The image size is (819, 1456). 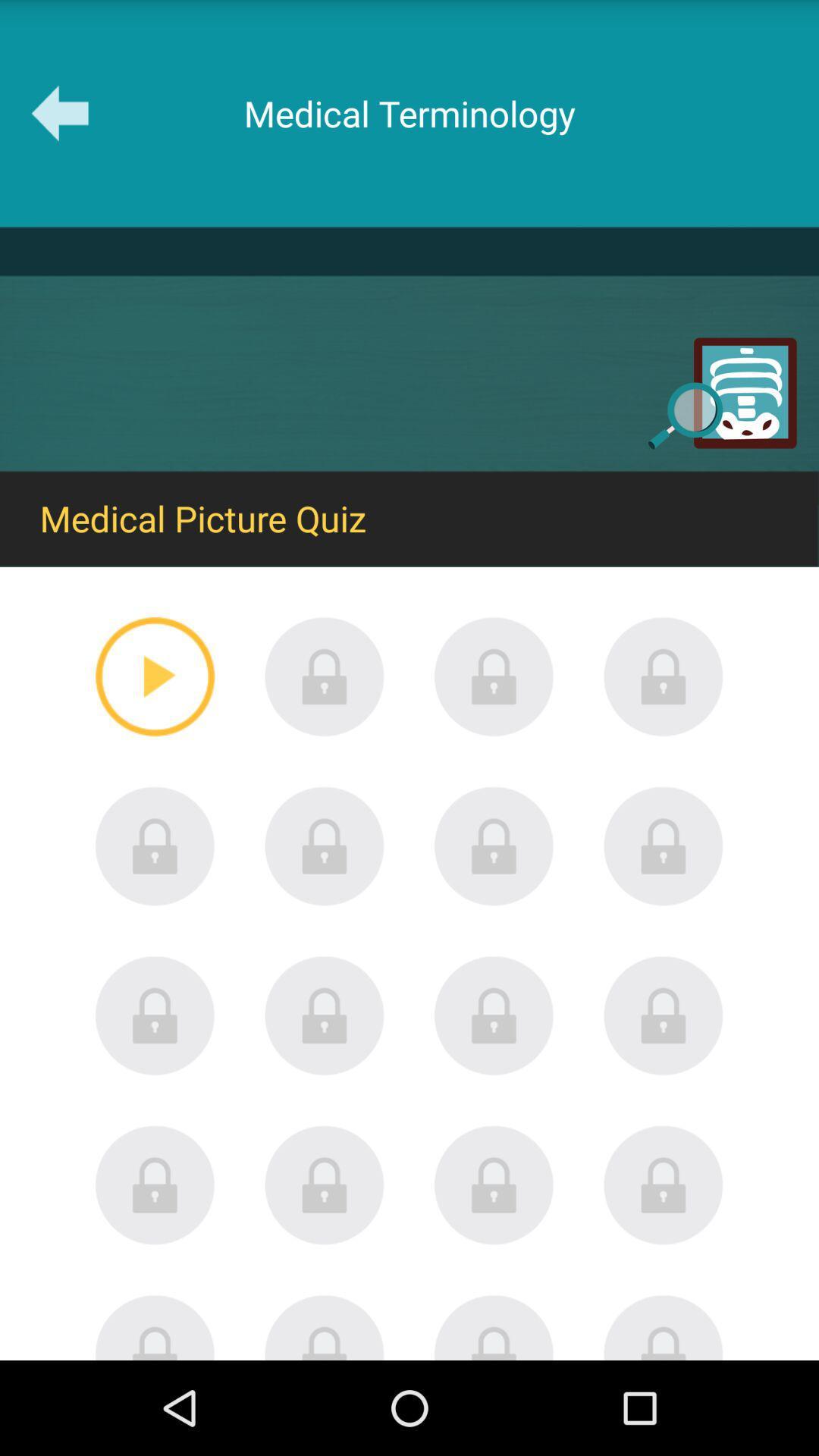 I want to click on press to select, so click(x=494, y=1015).